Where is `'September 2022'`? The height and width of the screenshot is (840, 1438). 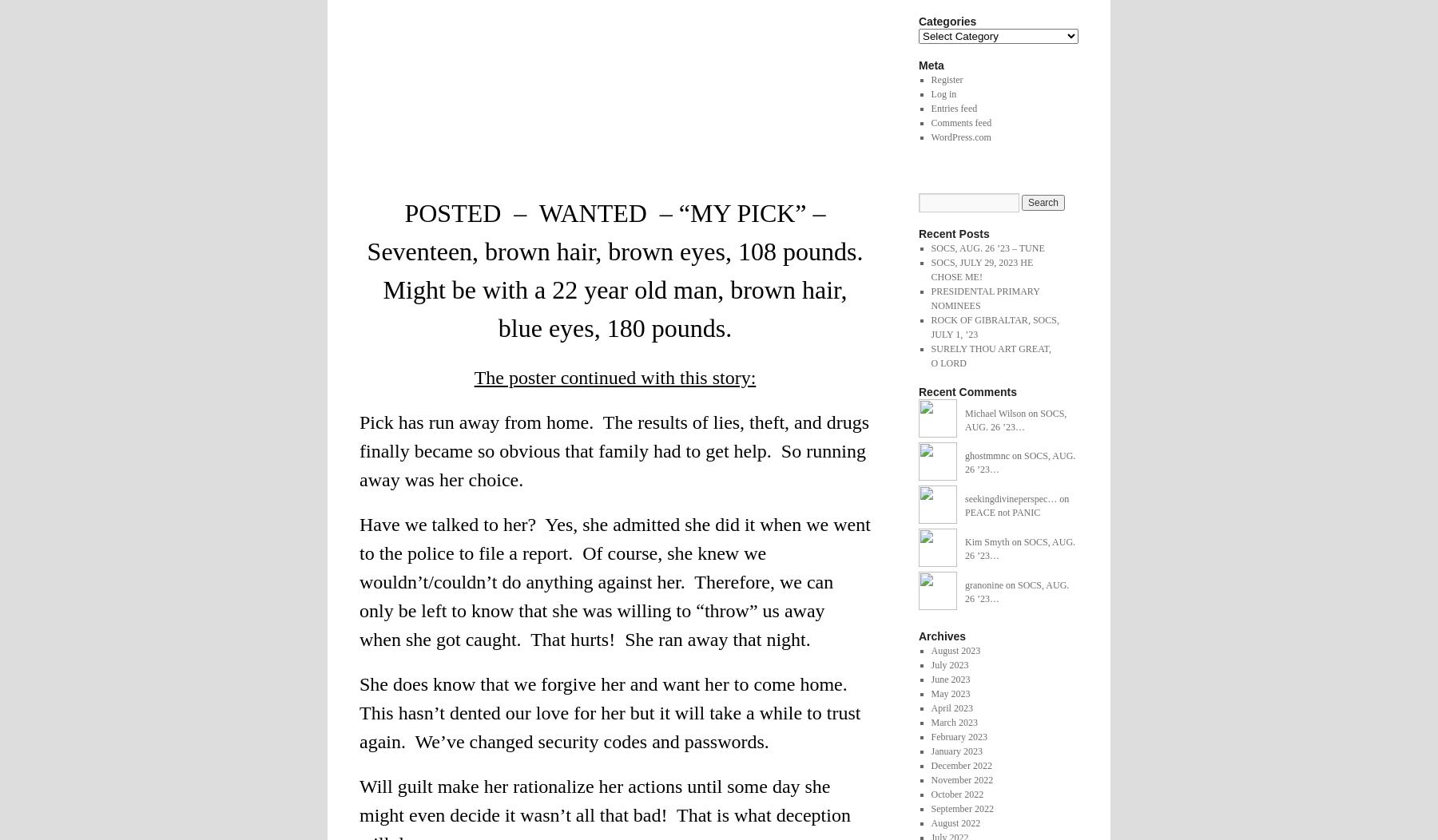 'September 2022' is located at coordinates (961, 807).